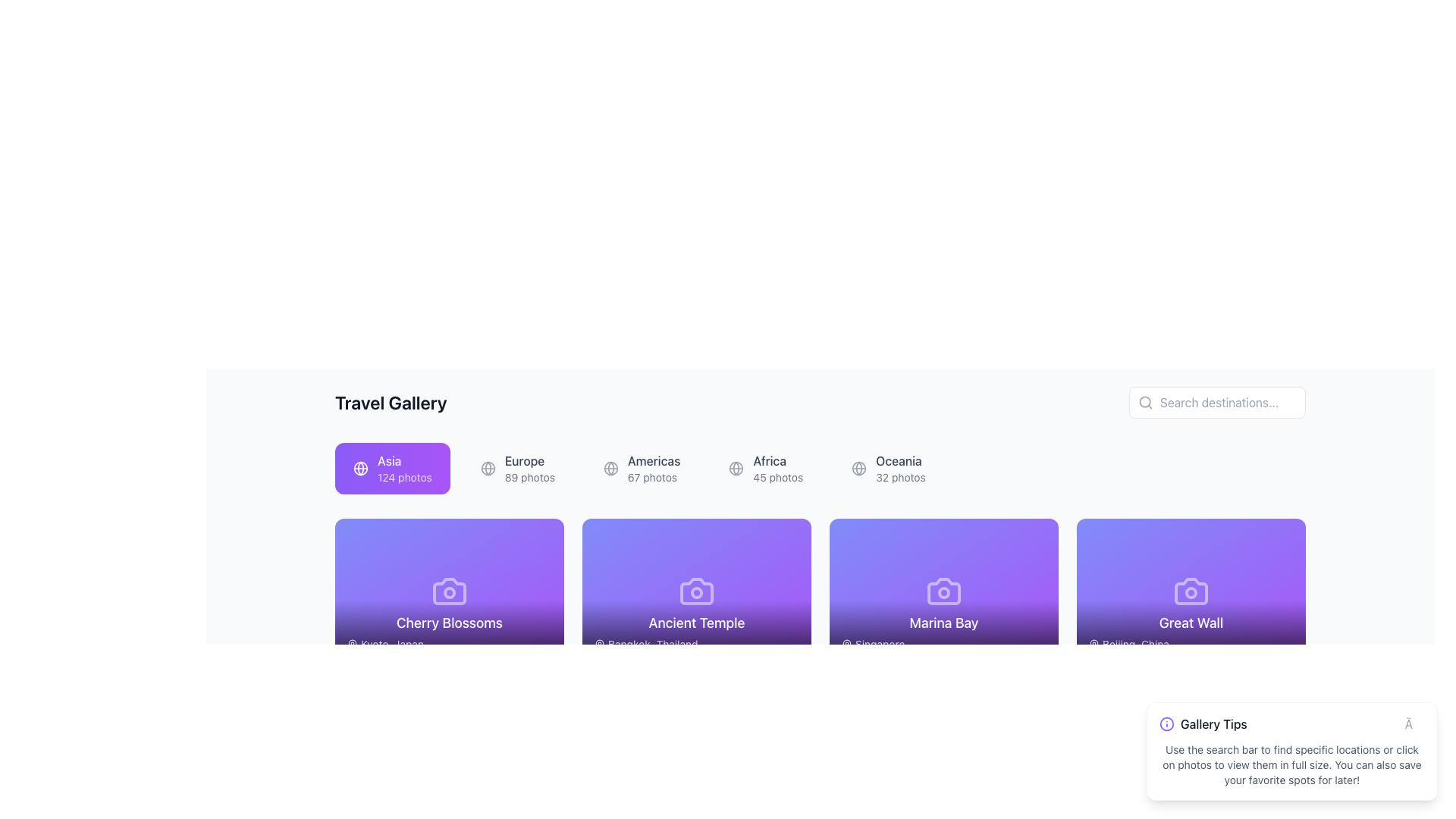  I want to click on the camera icon with a white outline on a purple gradient background, located at the center of the card labeled 'Great Wall' on the far right of the second row in the gallery grid, so click(1190, 590).